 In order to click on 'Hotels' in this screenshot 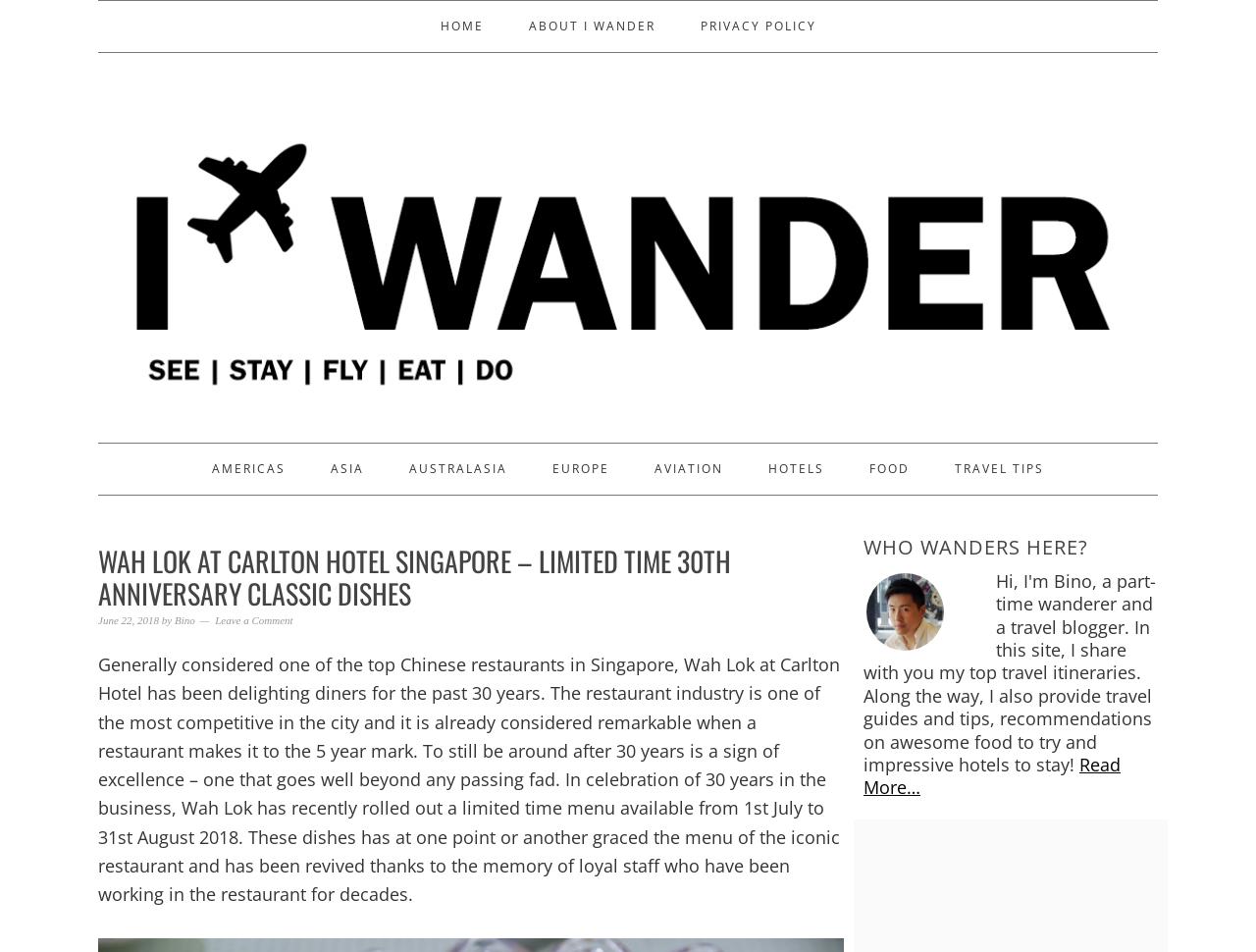, I will do `click(796, 466)`.